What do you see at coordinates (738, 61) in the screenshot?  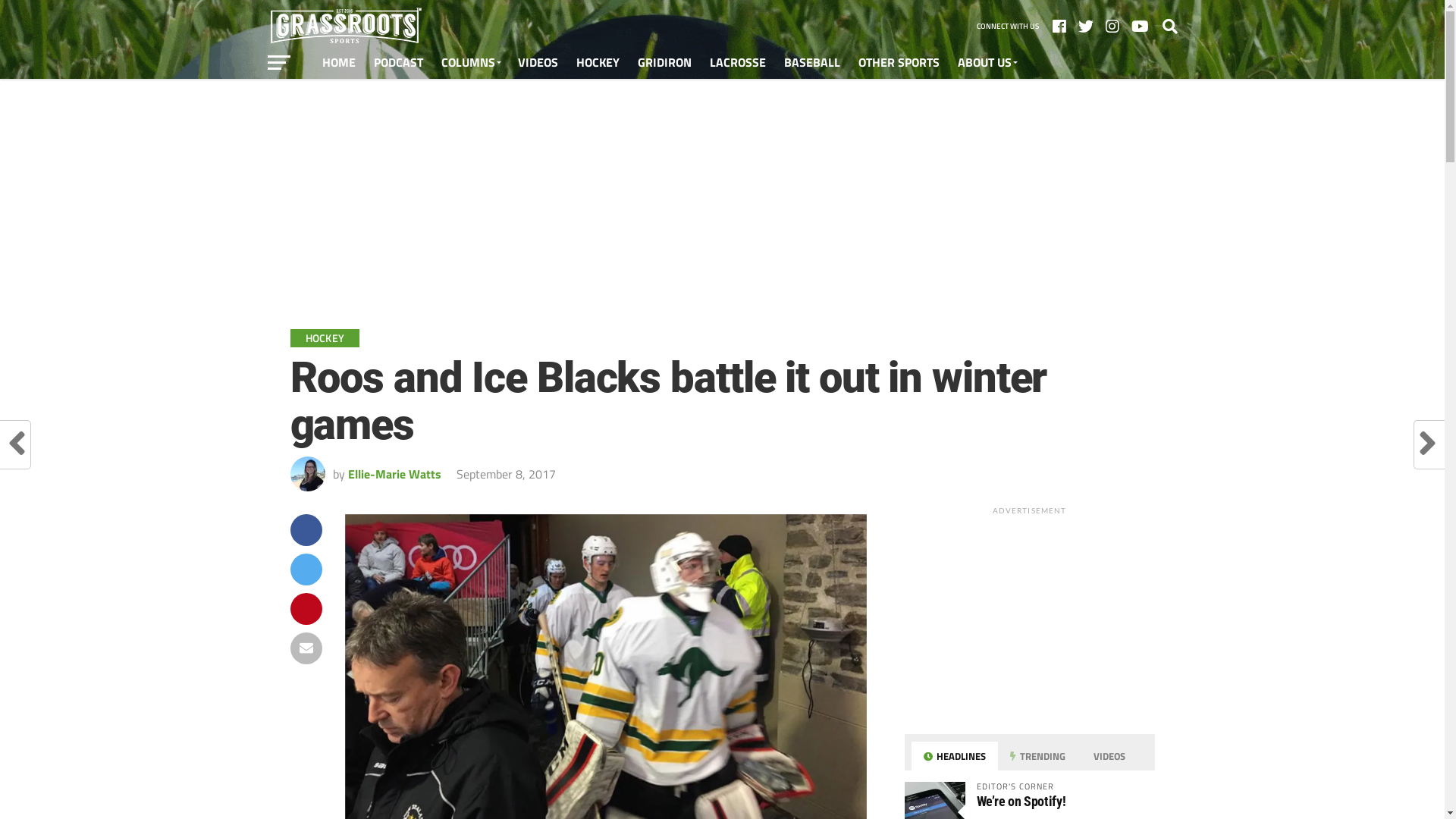 I see `'LACROSSE'` at bounding box center [738, 61].